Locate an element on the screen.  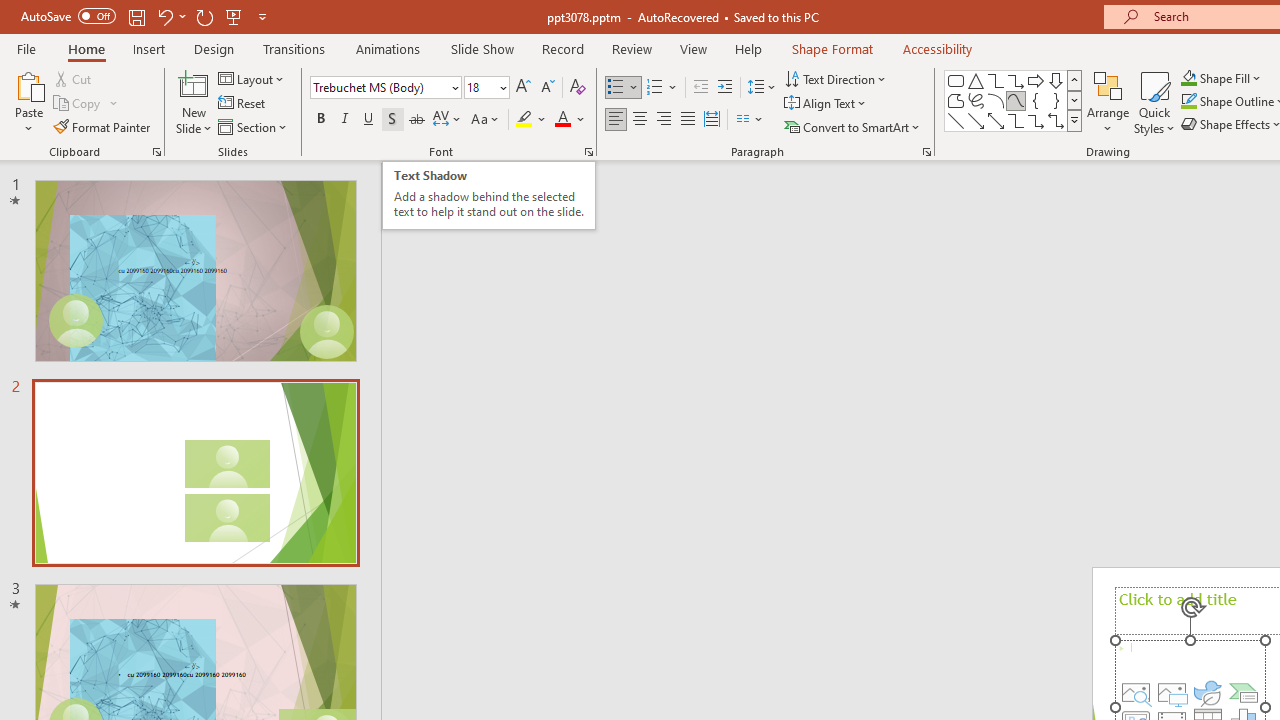
'Connector: Elbow Double-Arrow' is located at coordinates (1055, 120).